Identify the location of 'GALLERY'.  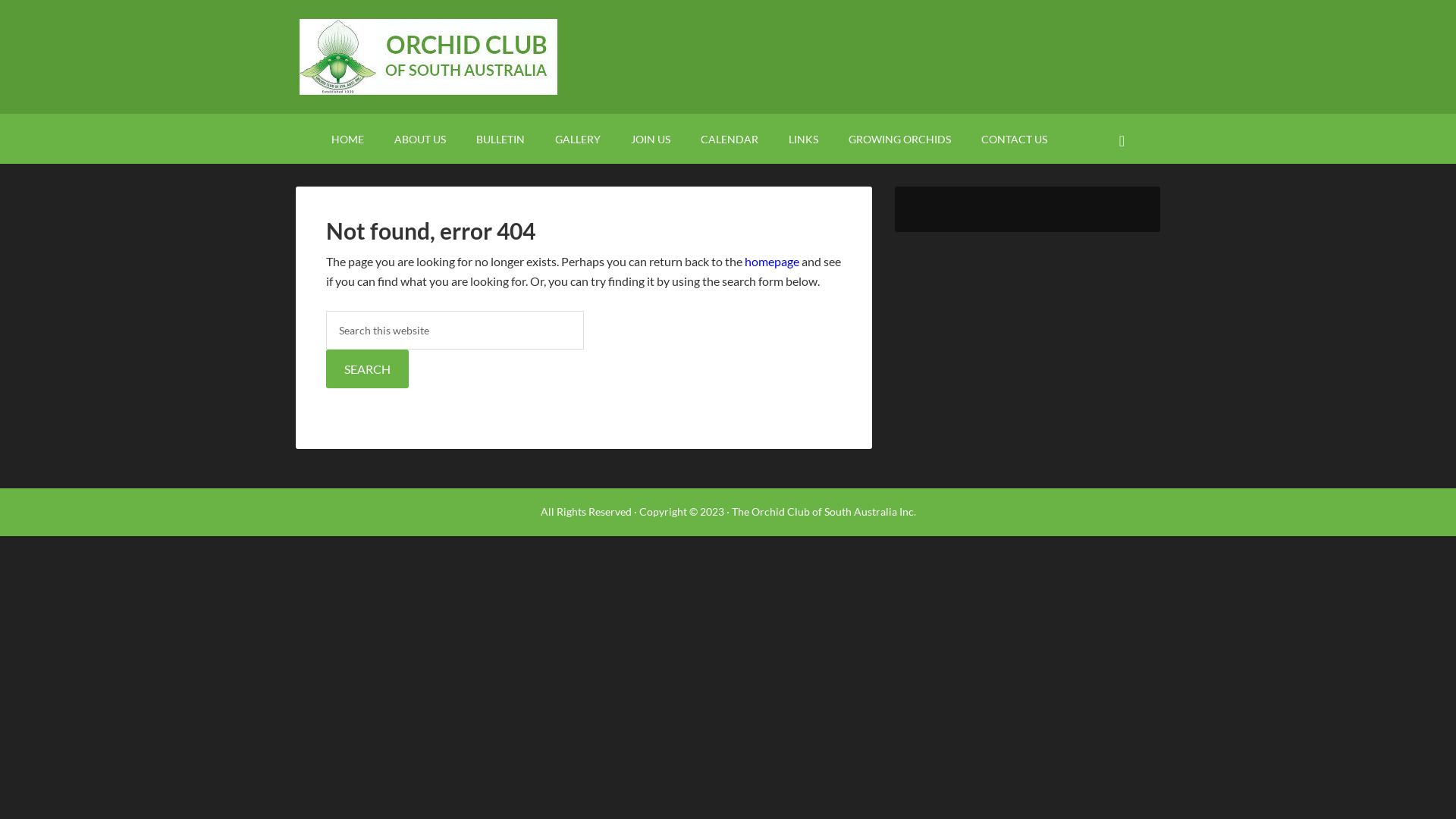
(577, 138).